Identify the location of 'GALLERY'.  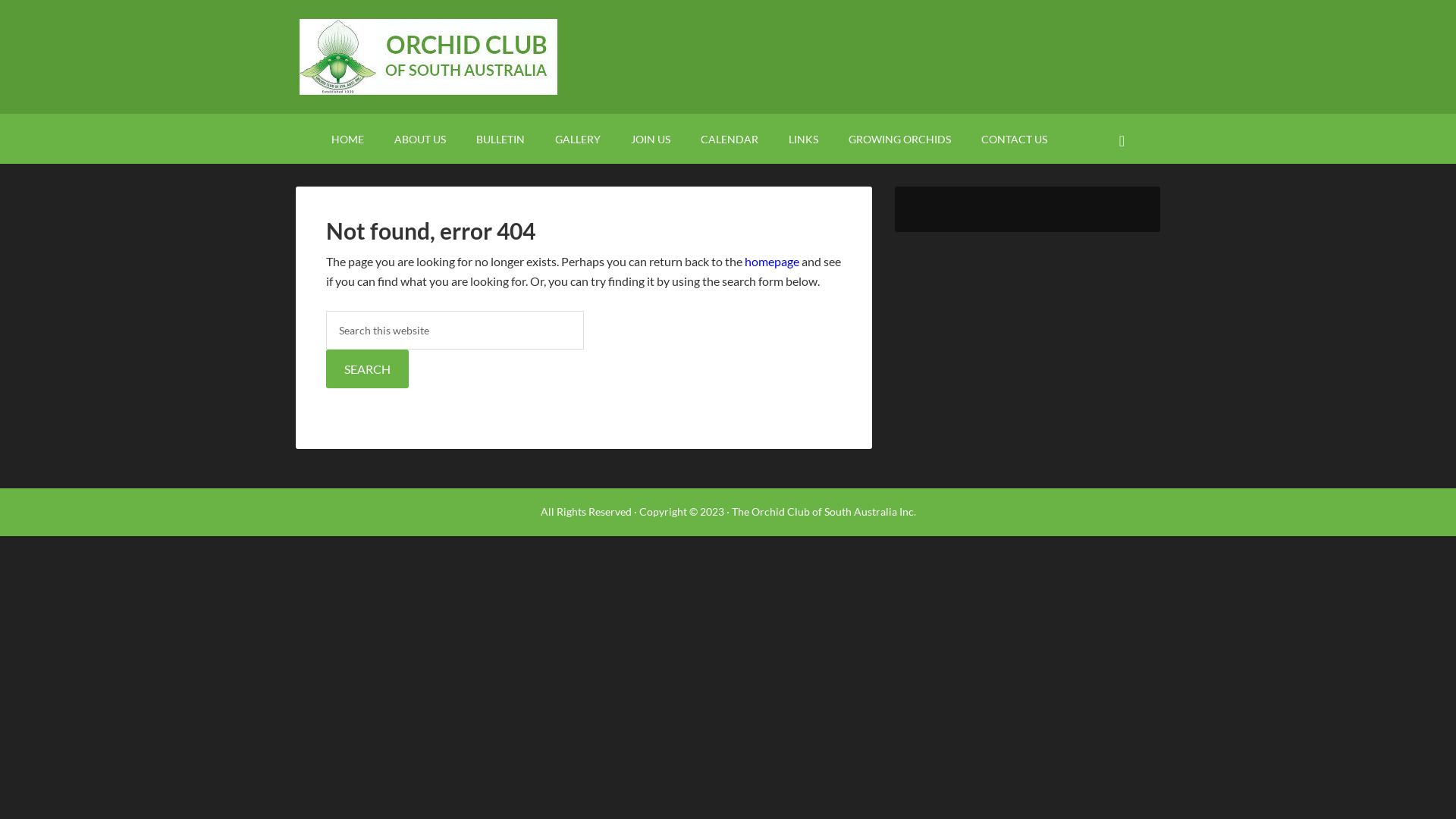
(577, 138).